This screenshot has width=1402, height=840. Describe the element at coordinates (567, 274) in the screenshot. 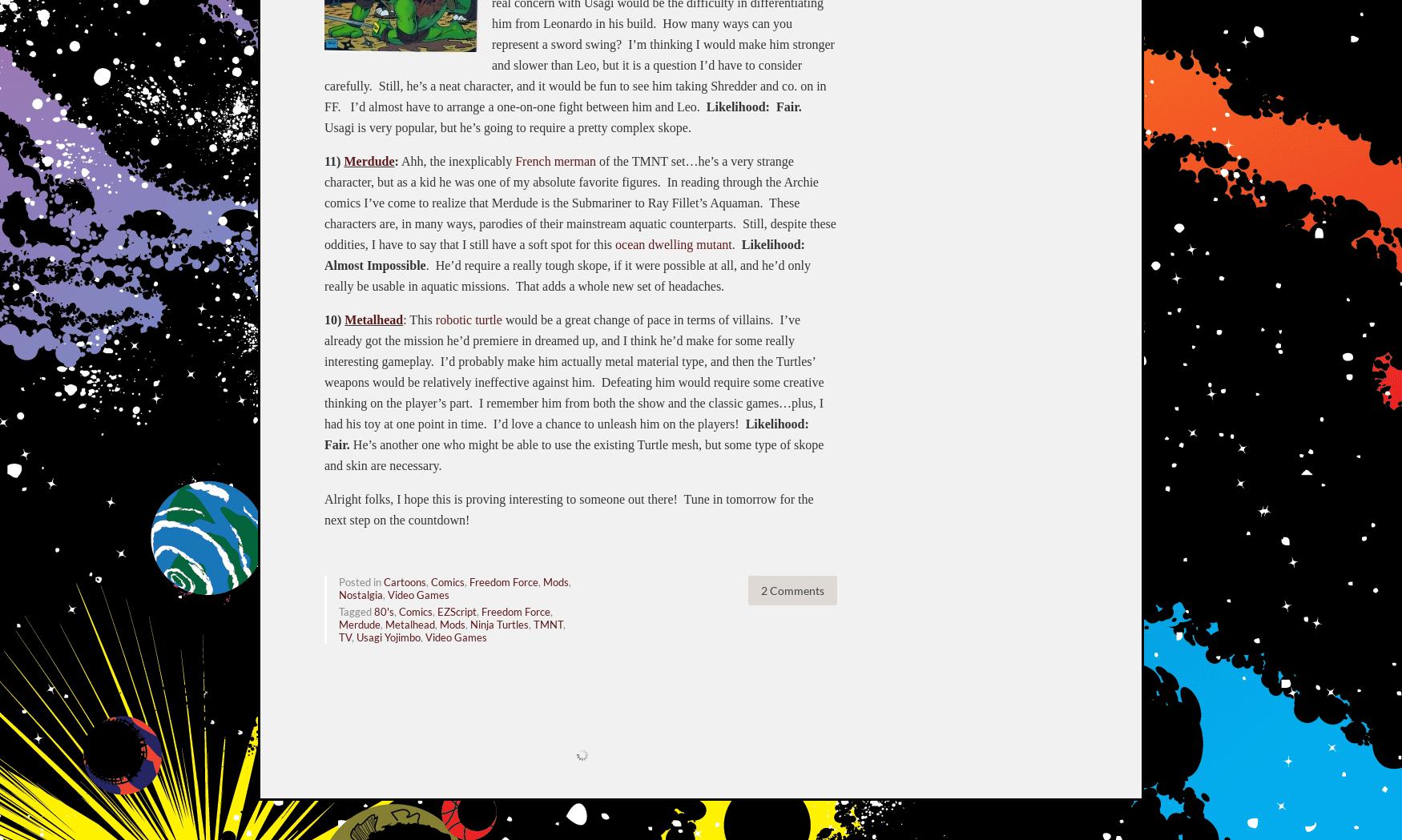

I see `'.  He’d require a really tough skope, if it were possible at all, and he’d only really be usable in aquatic missions.  That adds a whole new set of headaches.'` at that location.